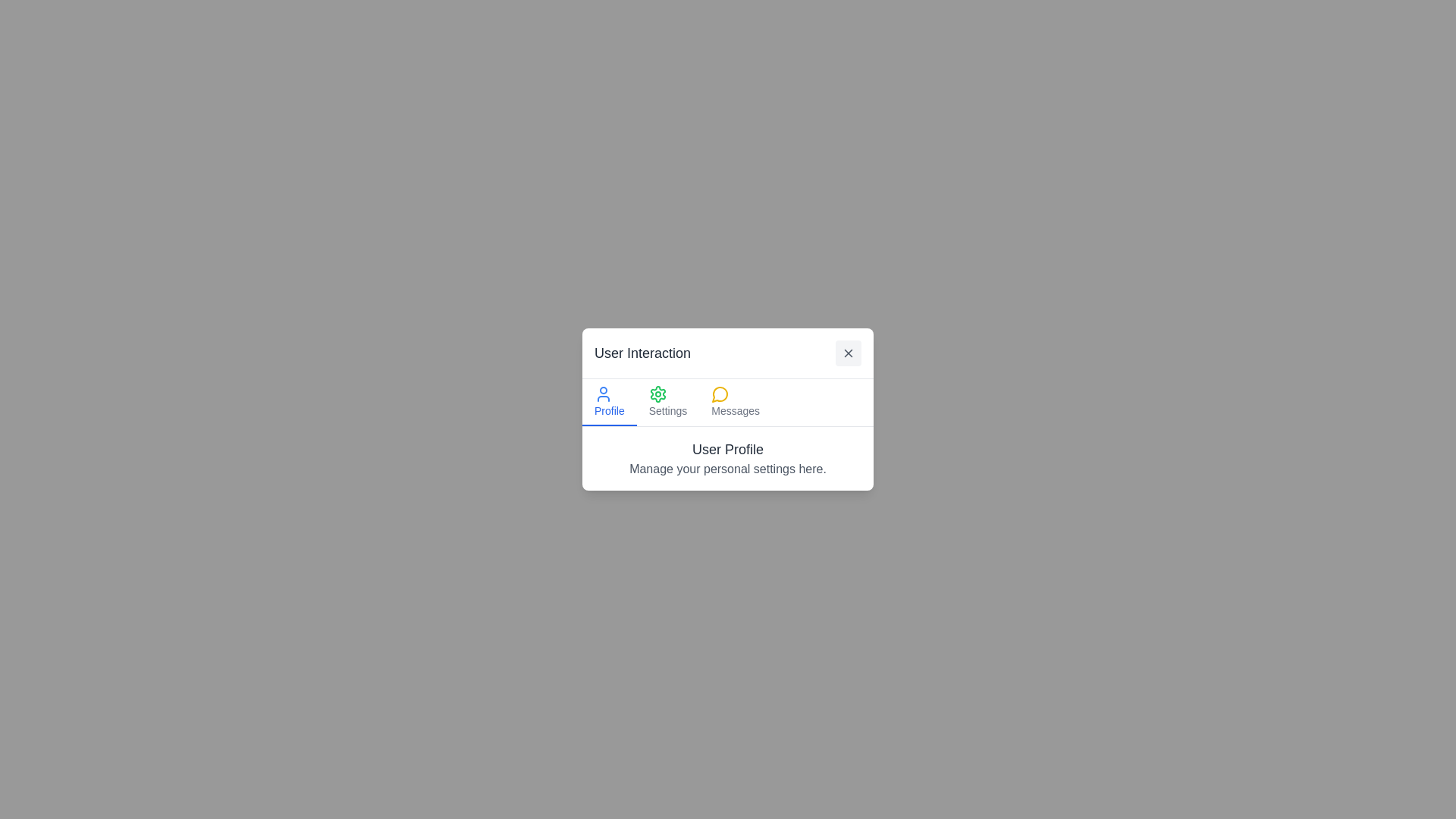  What do you see at coordinates (720, 394) in the screenshot?
I see `the central icon button that signifies the 'Messages' section of the user interface, positioned between the 'Settings' icon on the left and the 'Messages' icon below` at bounding box center [720, 394].